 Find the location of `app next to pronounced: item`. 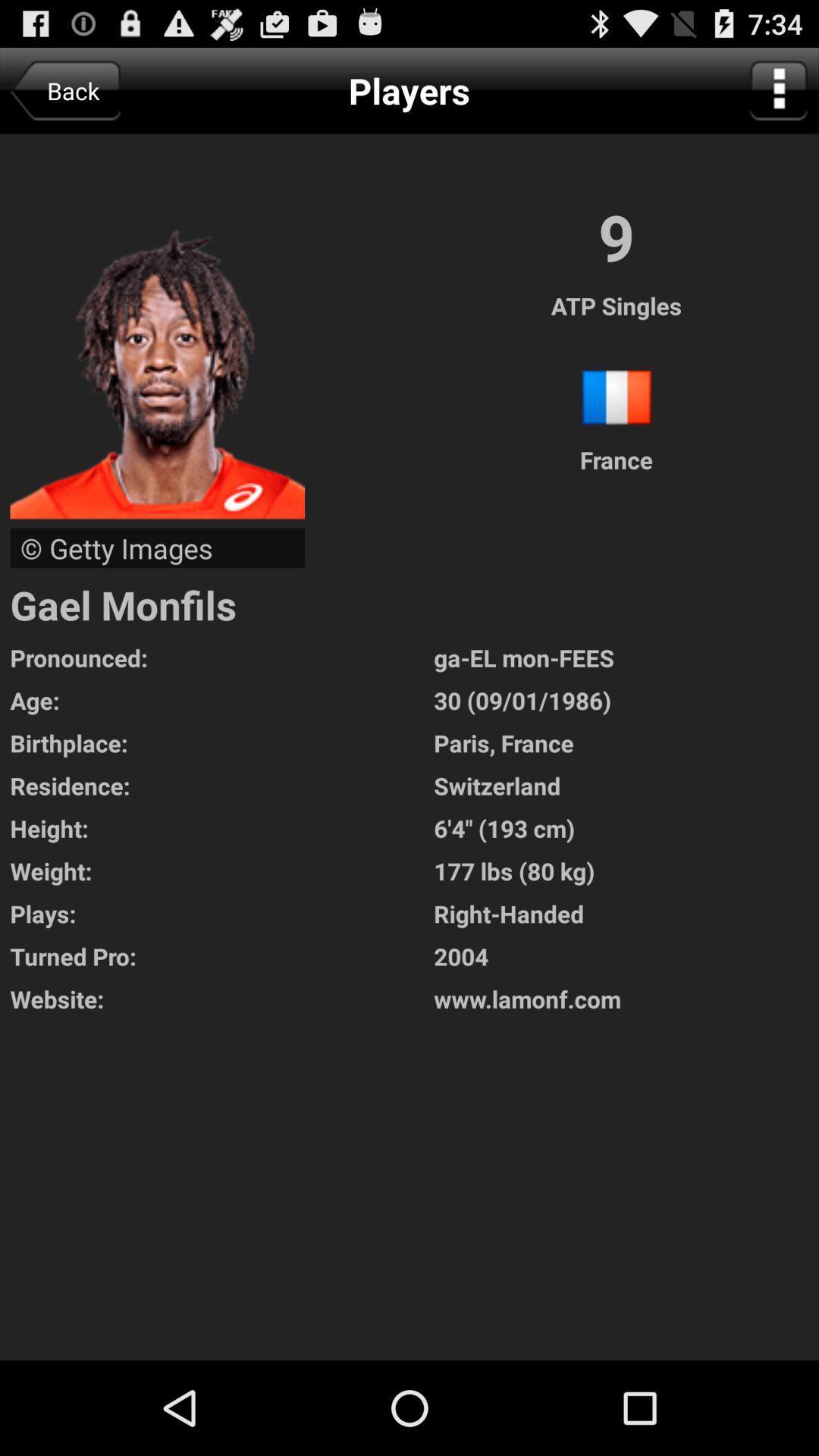

app next to pronounced: item is located at coordinates (626, 699).